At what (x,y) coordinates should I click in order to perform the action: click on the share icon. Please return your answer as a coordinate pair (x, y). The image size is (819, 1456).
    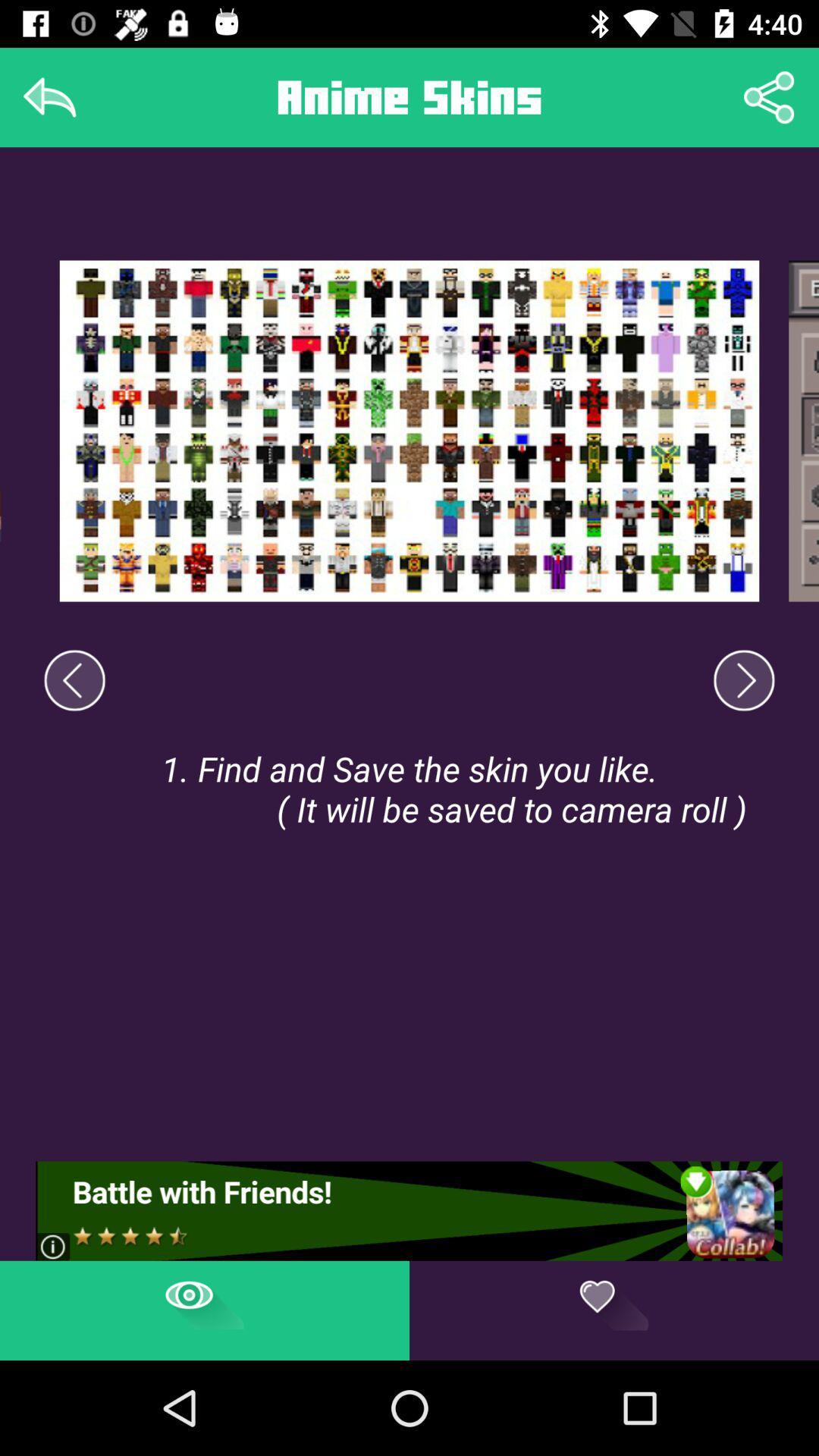
    Looking at the image, I should click on (769, 96).